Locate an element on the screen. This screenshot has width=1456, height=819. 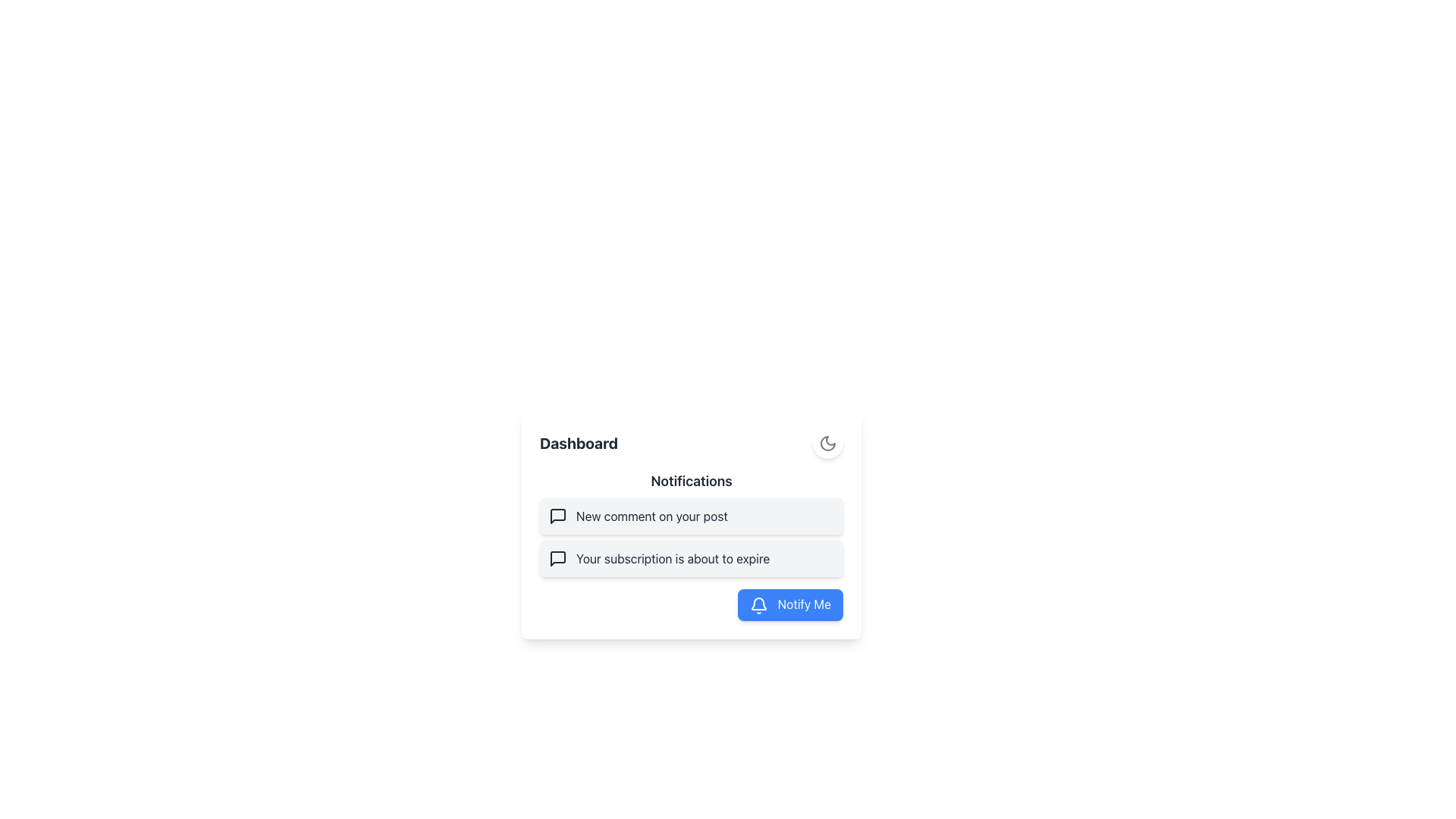
the bell icon representing notifications, which is located to the left of the 'Notify Me' text within a blue rounded button at the bottom-right corner of the card is located at coordinates (759, 604).